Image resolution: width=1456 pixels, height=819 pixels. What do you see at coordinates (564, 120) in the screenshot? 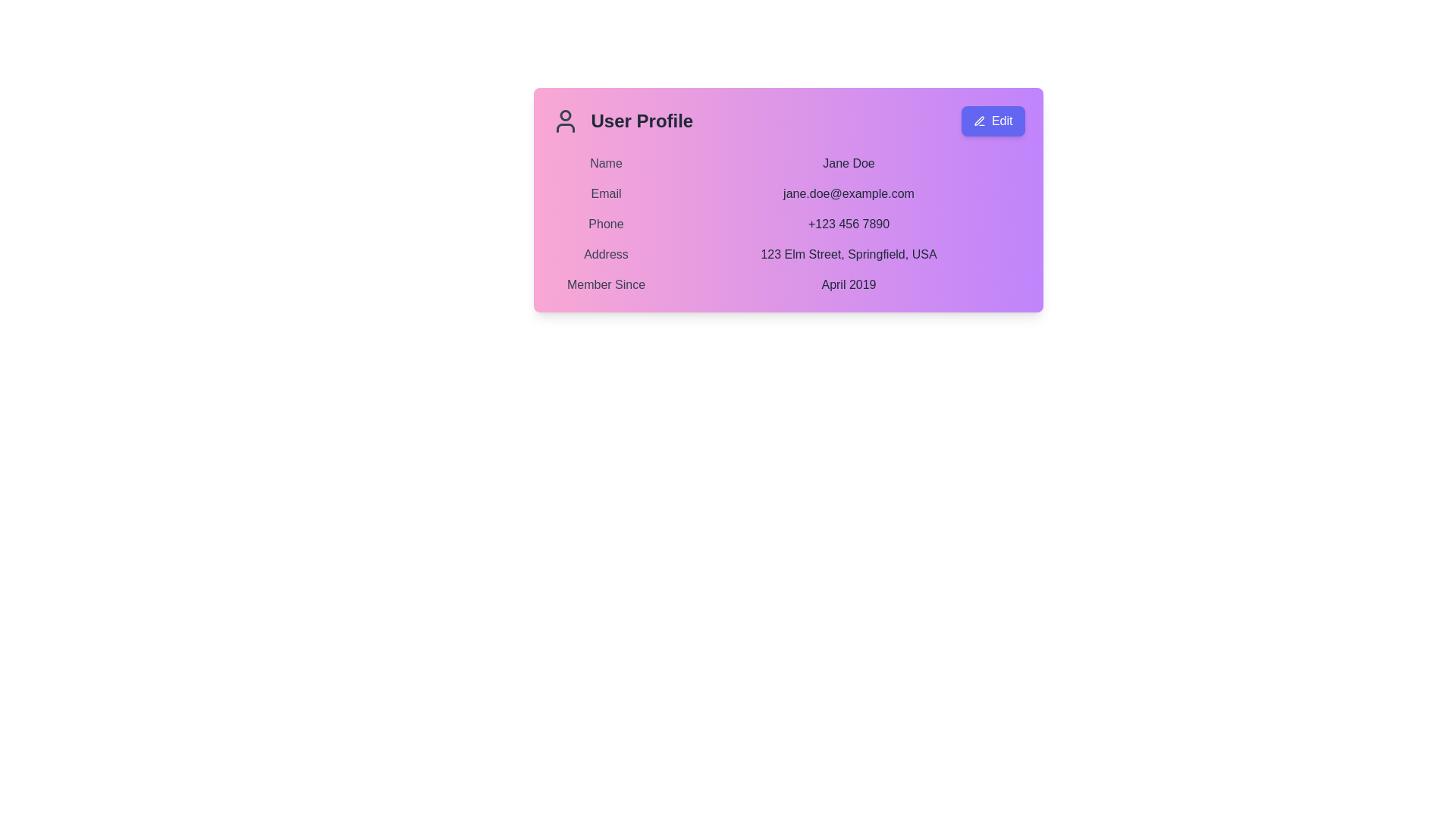
I see `the user icon, which is a circular head and torso outline styled in gray, located in the top-left corner of the card labeled 'User Profile'` at bounding box center [564, 120].